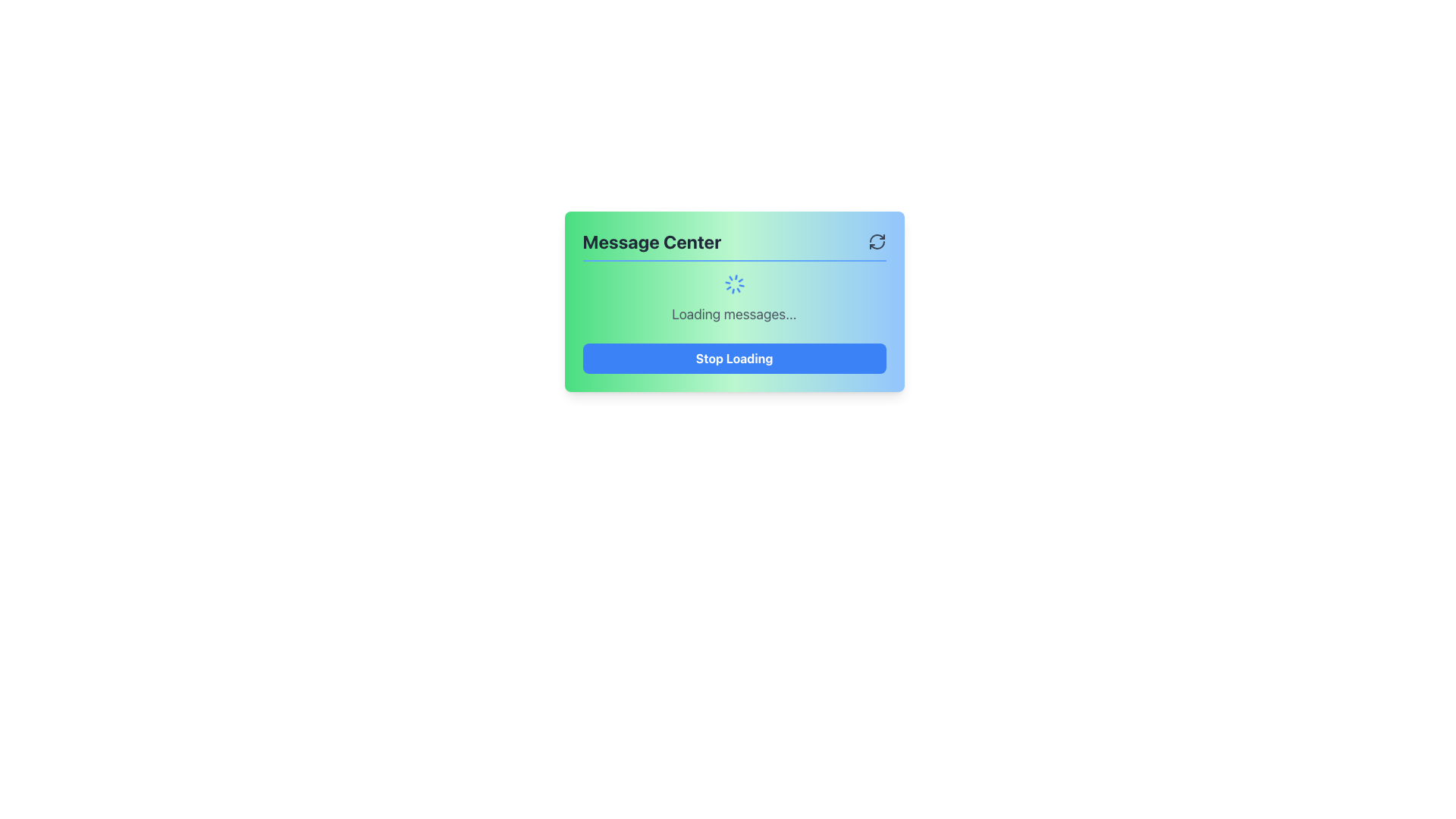 The height and width of the screenshot is (819, 1456). What do you see at coordinates (877, 241) in the screenshot?
I see `the refresh icon button located at the top-right corner of the 'Message Center' panel to refresh the displayed content` at bounding box center [877, 241].